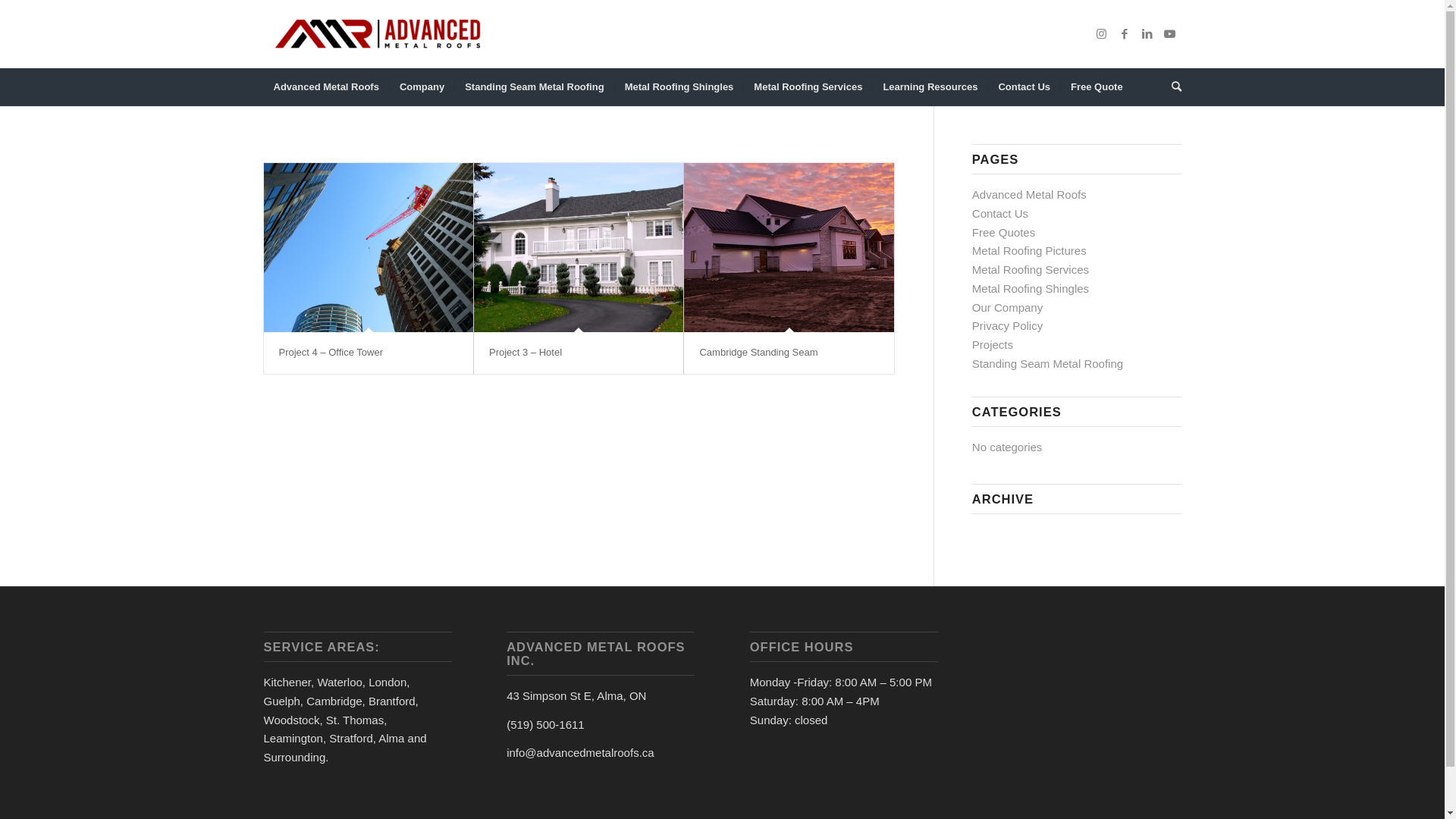 The image size is (1456, 819). I want to click on 'Projects', so click(971, 344).